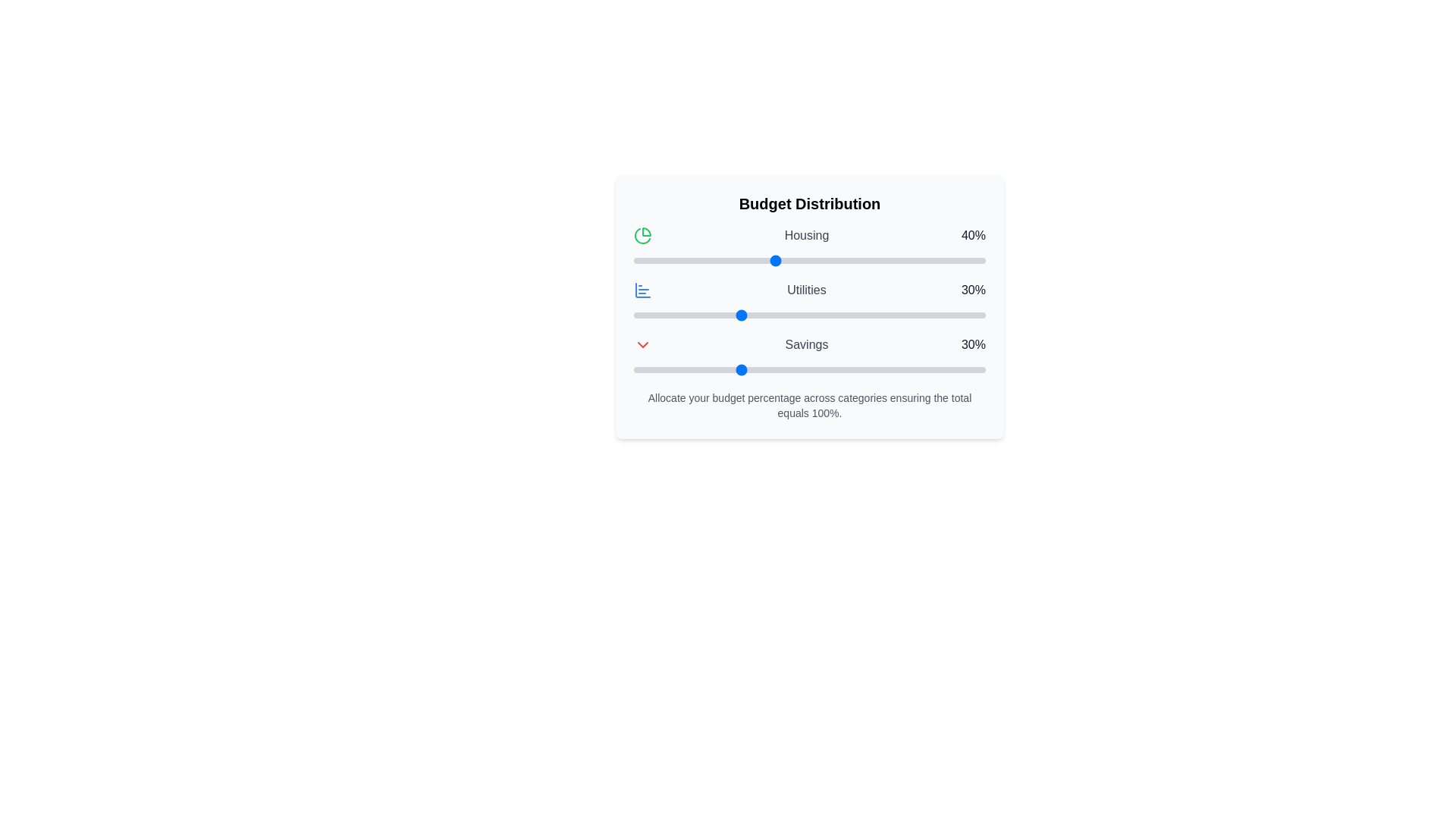 This screenshot has height=819, width=1456. What do you see at coordinates (847, 259) in the screenshot?
I see `the Housing percentage slider` at bounding box center [847, 259].